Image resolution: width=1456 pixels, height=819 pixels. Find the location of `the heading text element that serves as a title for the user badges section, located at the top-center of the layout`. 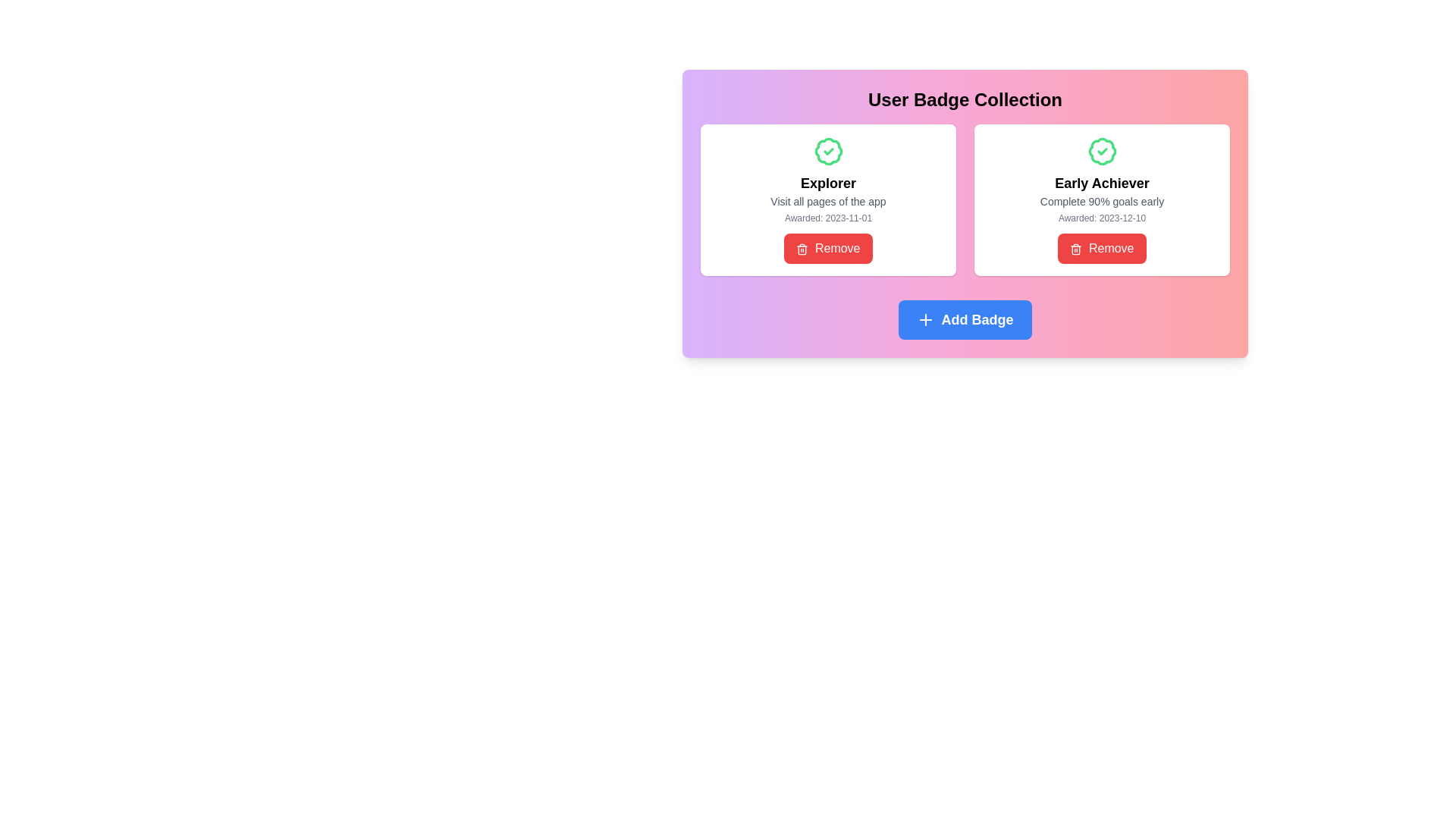

the heading text element that serves as a title for the user badges section, located at the top-center of the layout is located at coordinates (964, 99).